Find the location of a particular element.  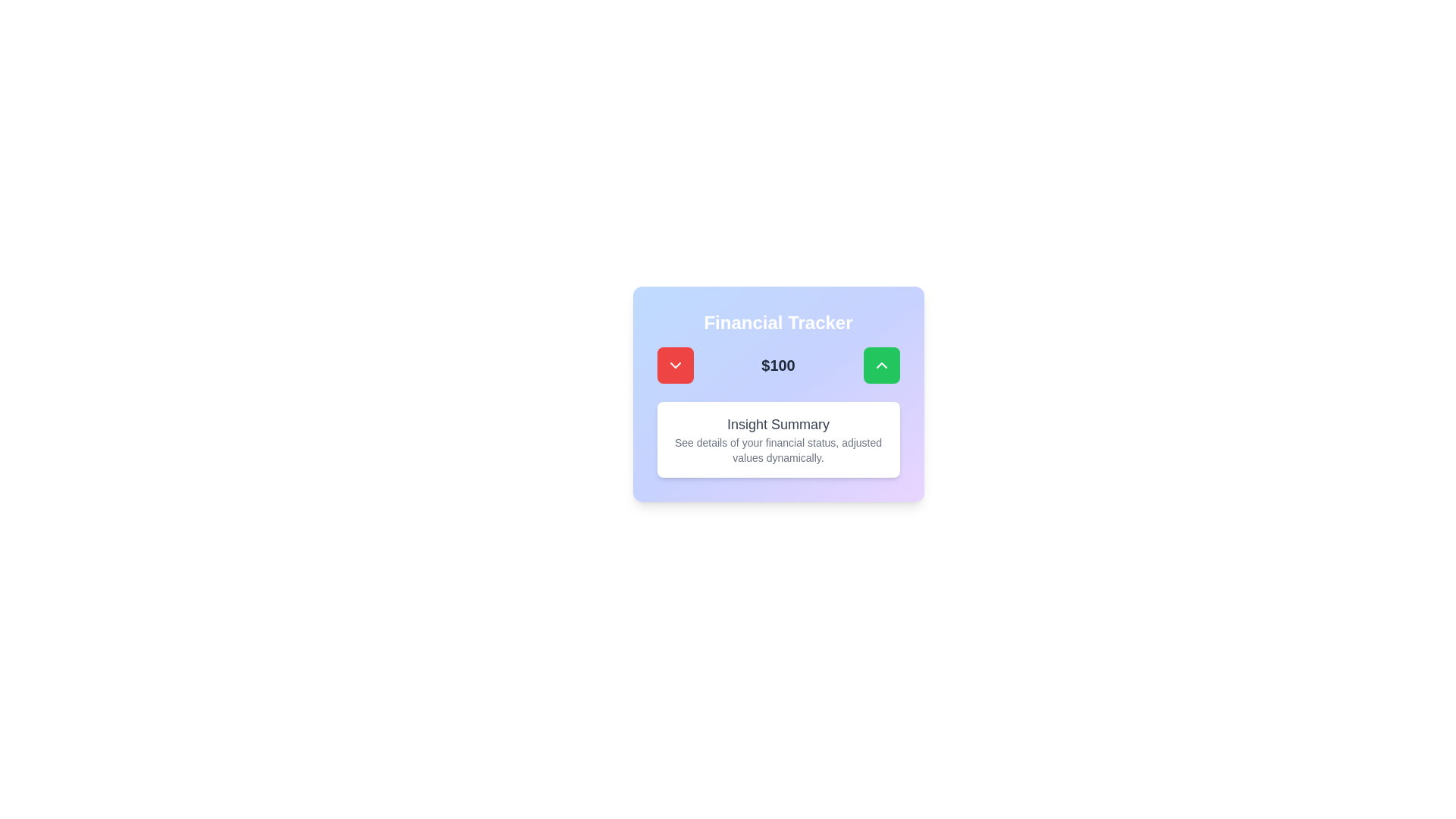

the interactive button on the left side of the horizontally aligned pair of buttons in the financial tracker is located at coordinates (674, 366).